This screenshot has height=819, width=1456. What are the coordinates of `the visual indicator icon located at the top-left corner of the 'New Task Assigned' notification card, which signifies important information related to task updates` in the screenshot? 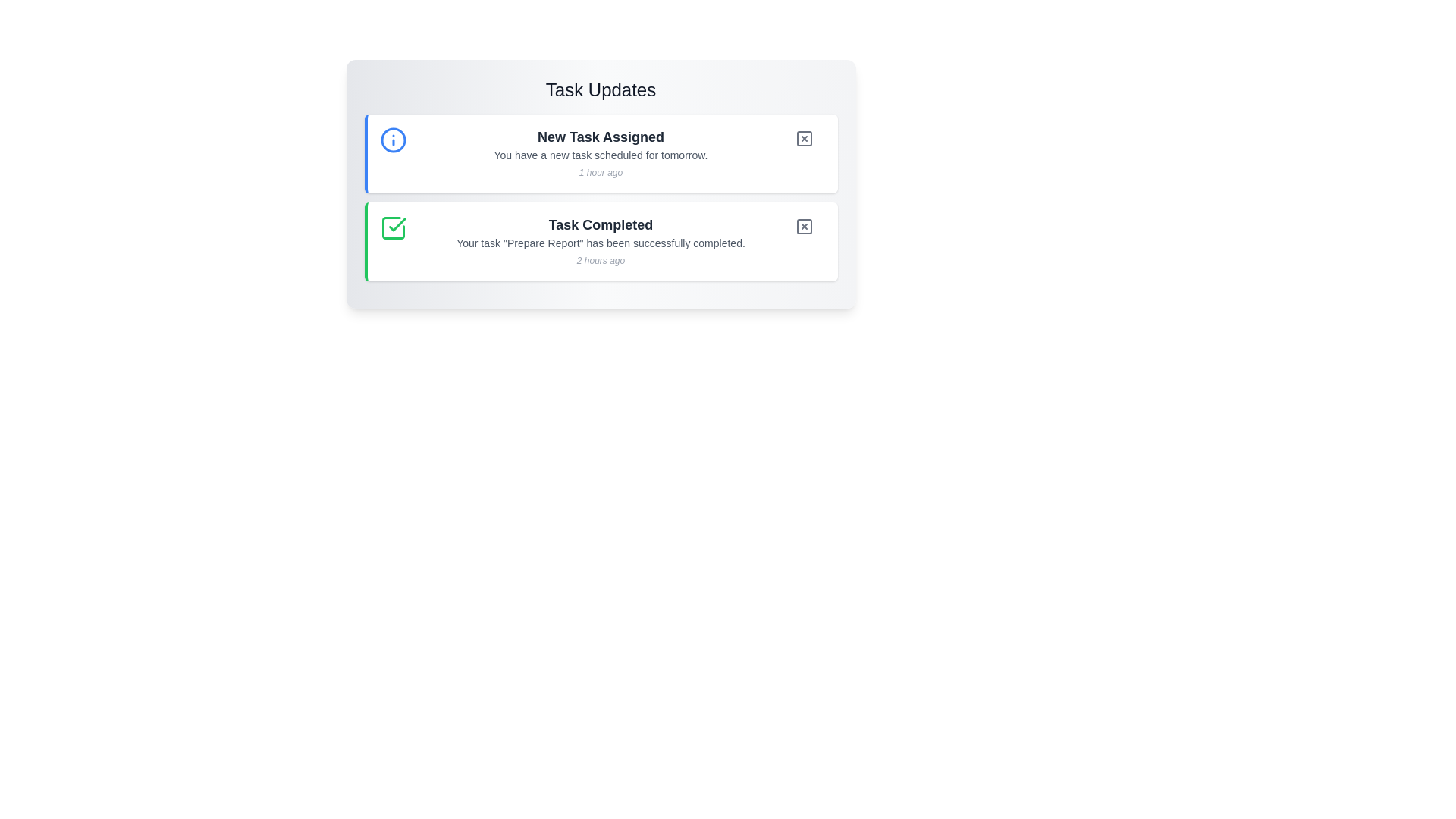 It's located at (399, 154).